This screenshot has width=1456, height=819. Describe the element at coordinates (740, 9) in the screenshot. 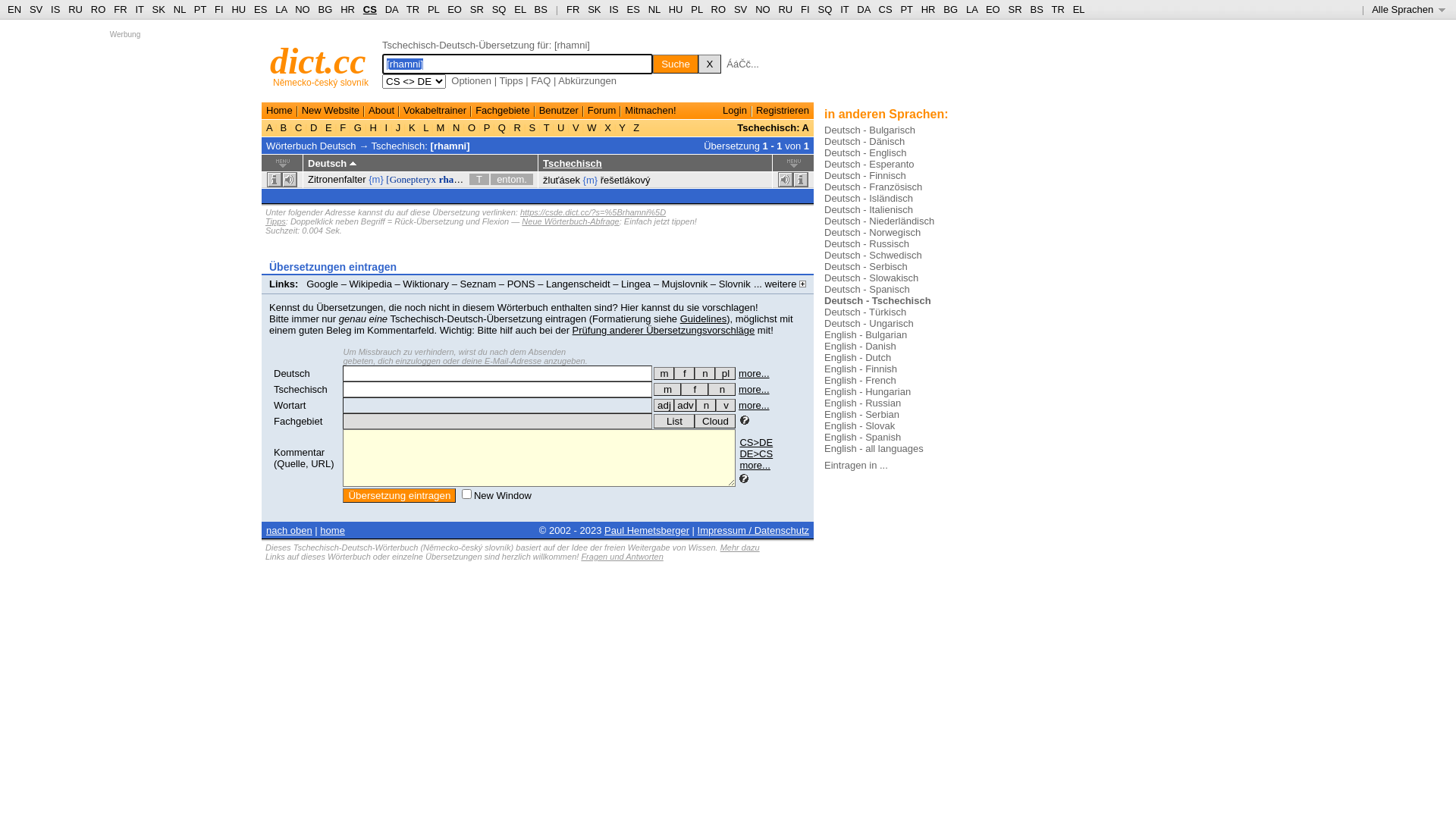

I see `'SV'` at that location.